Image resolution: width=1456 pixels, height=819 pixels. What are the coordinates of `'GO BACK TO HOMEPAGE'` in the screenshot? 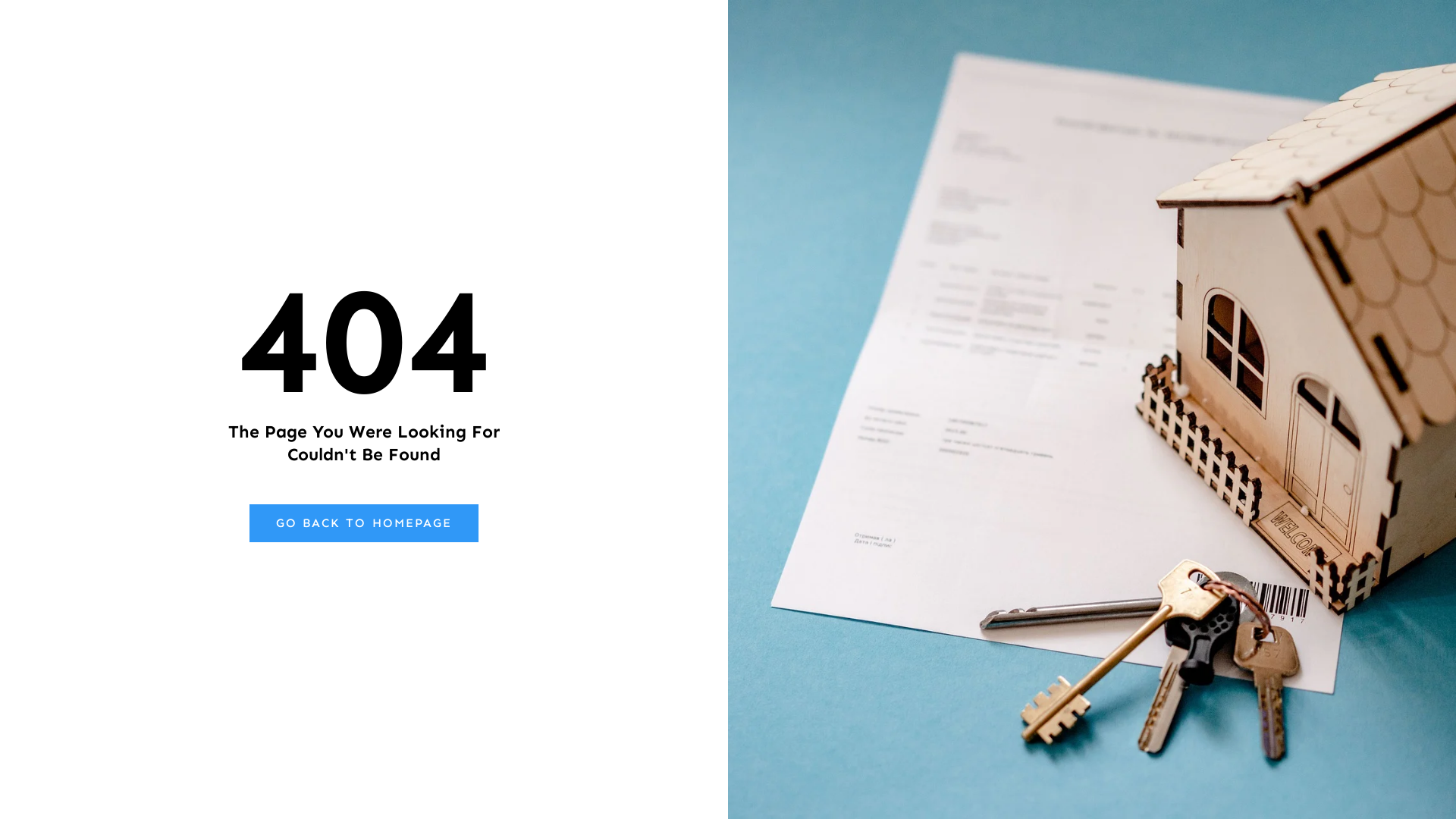 It's located at (364, 522).